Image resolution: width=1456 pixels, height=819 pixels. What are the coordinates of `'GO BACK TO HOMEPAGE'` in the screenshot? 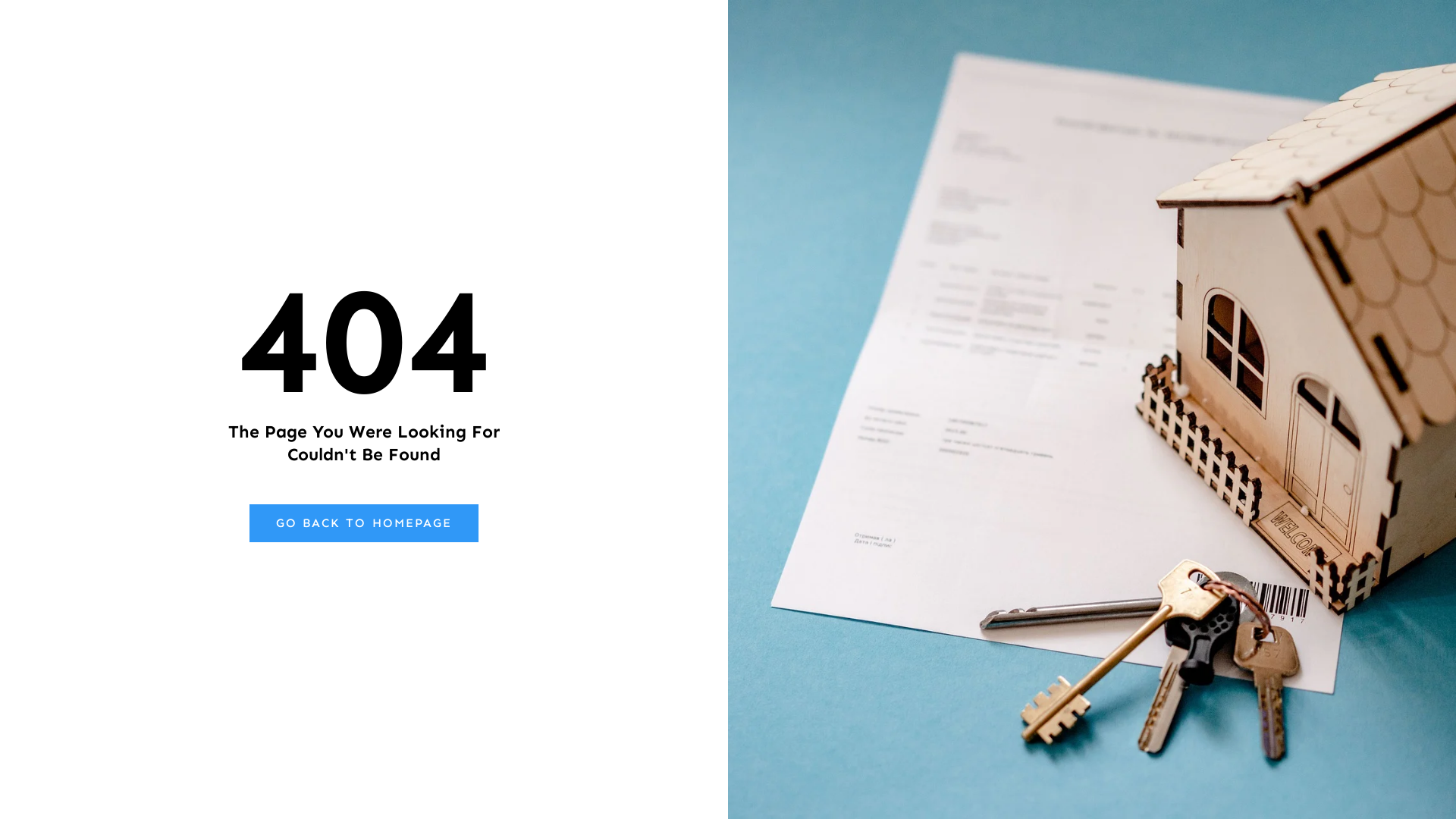 It's located at (364, 522).